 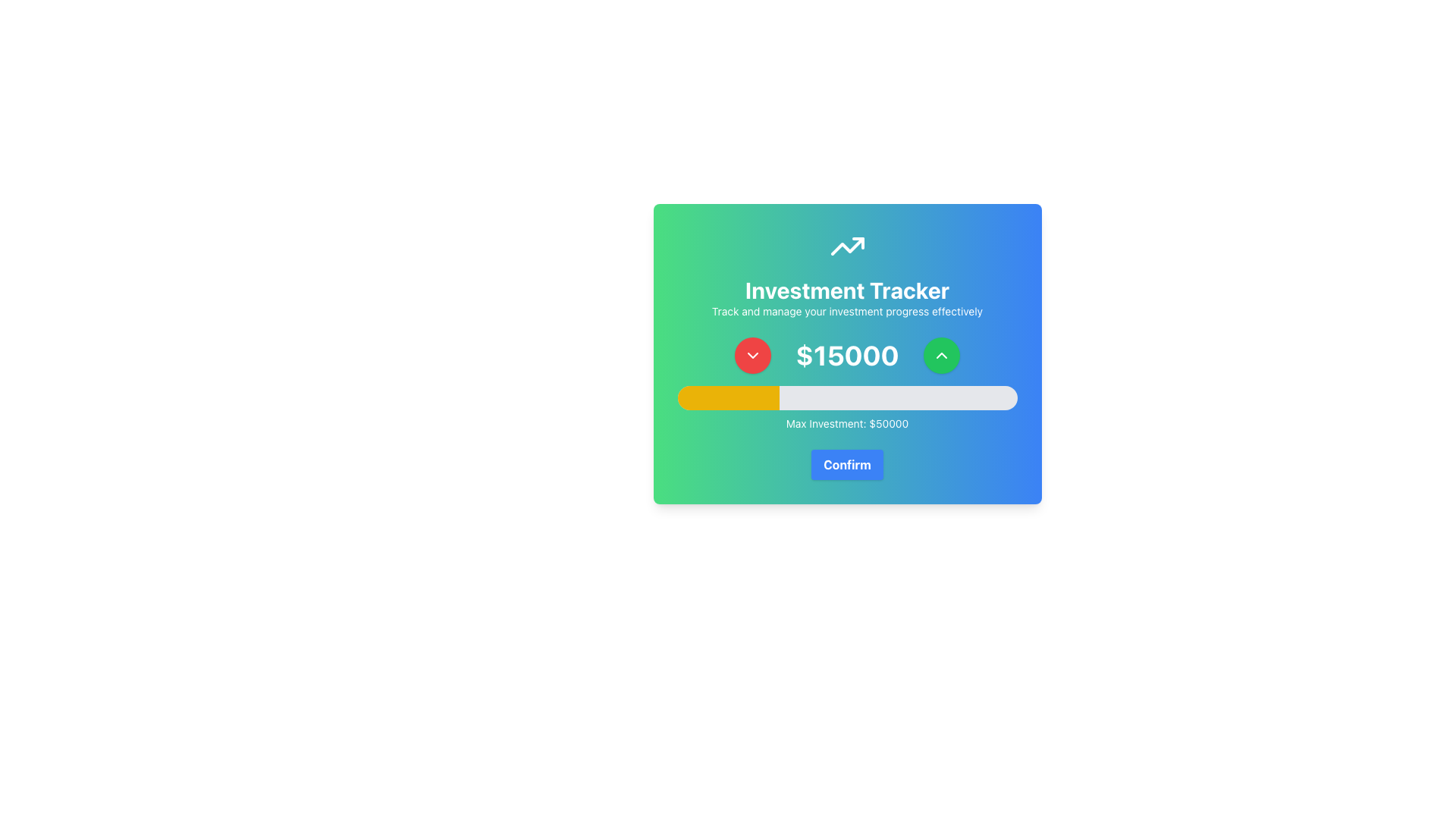 What do you see at coordinates (940, 356) in the screenshot?
I see `the circular green button with a white upward chevron icon` at bounding box center [940, 356].